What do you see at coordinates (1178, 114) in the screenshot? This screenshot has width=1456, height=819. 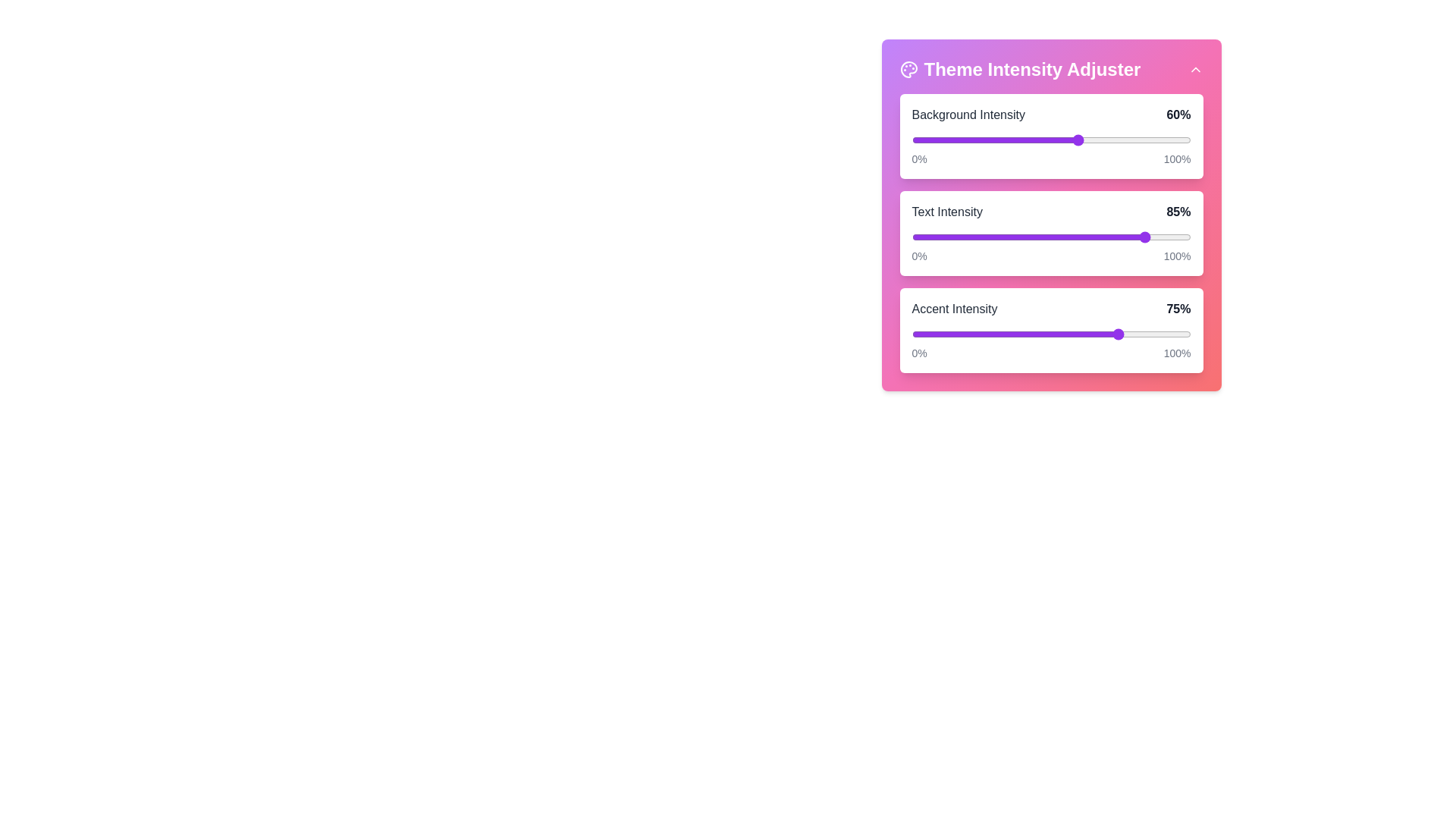 I see `the text label displaying '60%' which is styled in bold dark gray, located to the right of the 'Background Intensity' label and above the intensity slider in the 'Theme Intensity Adjuster' panel` at bounding box center [1178, 114].